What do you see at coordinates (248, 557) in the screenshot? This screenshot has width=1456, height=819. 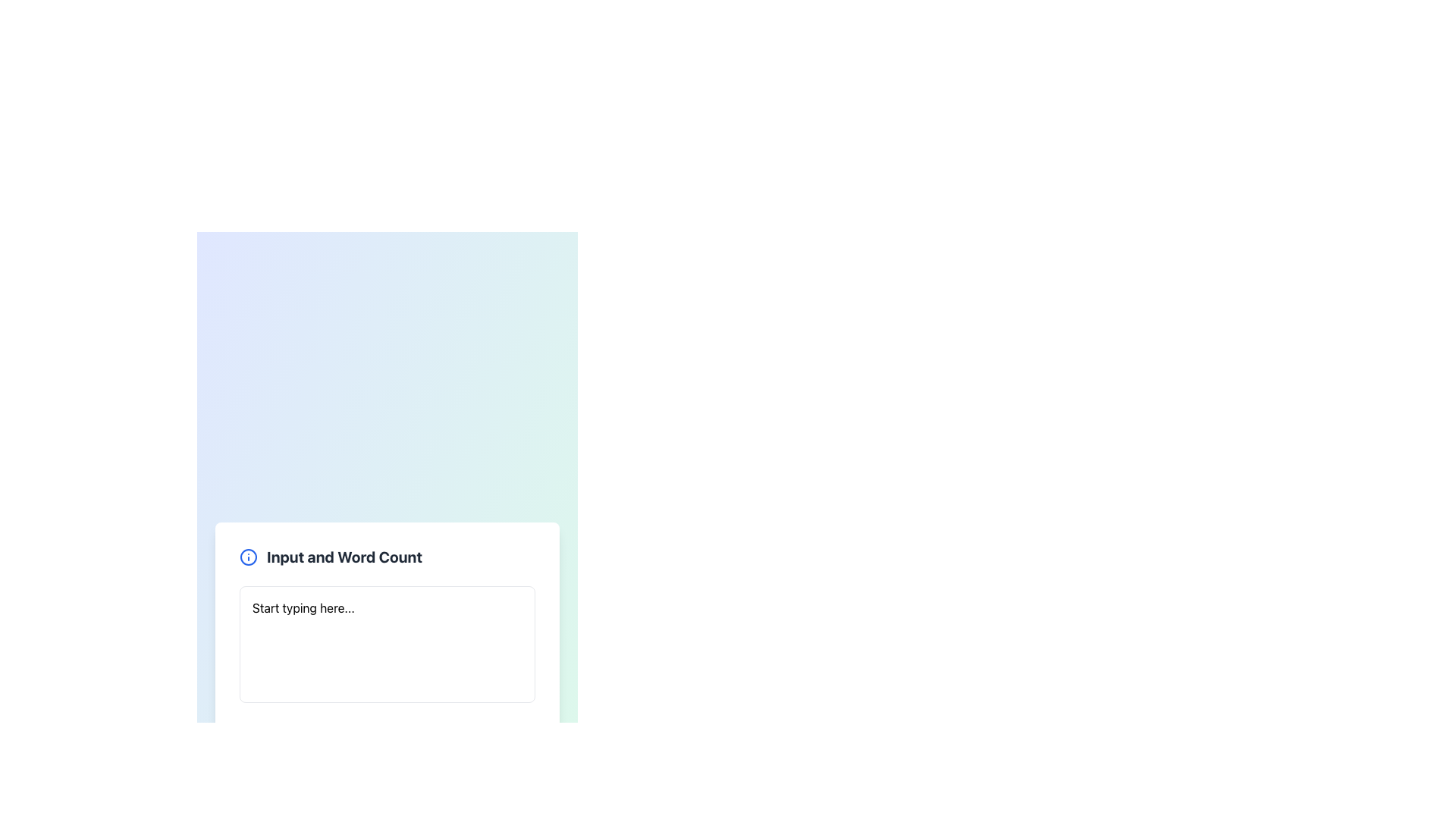 I see `the main circular part of the 'info' icon, which is a blue SVG Circle with a 10-pixel radius, located at the top-left corner of the 'Input and Word Count' interface block` at bounding box center [248, 557].